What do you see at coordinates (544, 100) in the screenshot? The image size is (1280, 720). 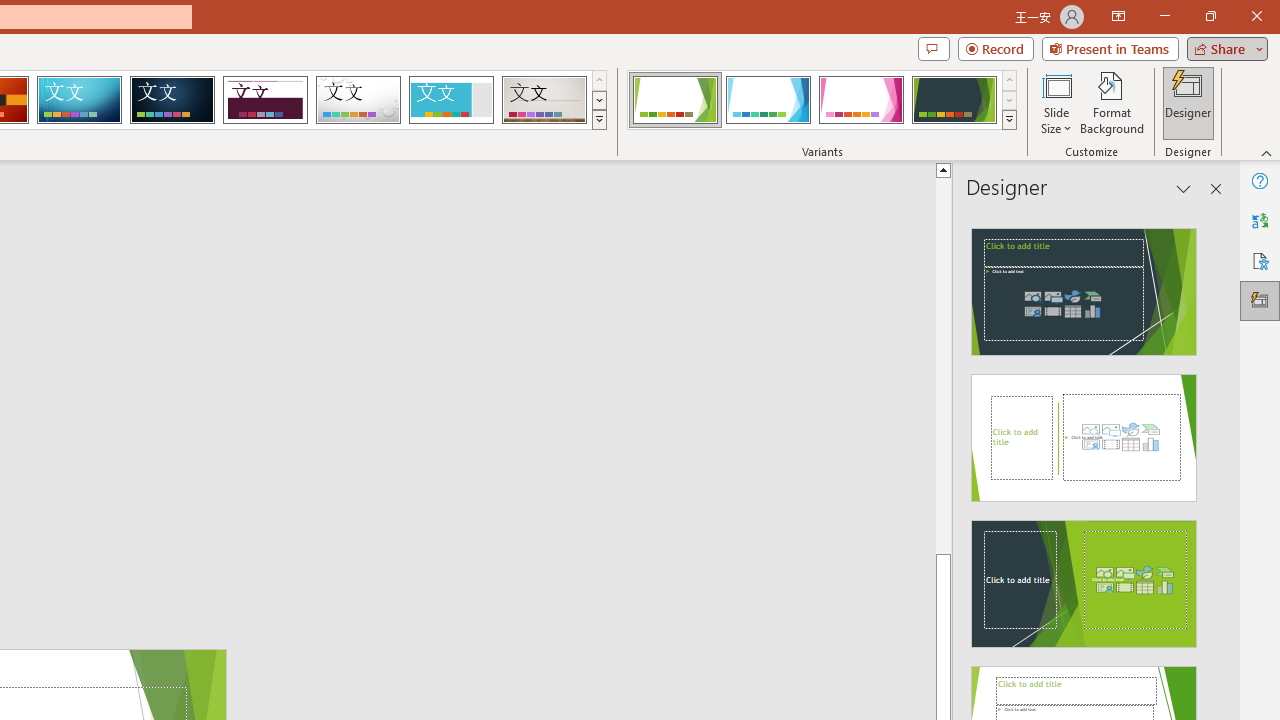 I see `'Gallery'` at bounding box center [544, 100].